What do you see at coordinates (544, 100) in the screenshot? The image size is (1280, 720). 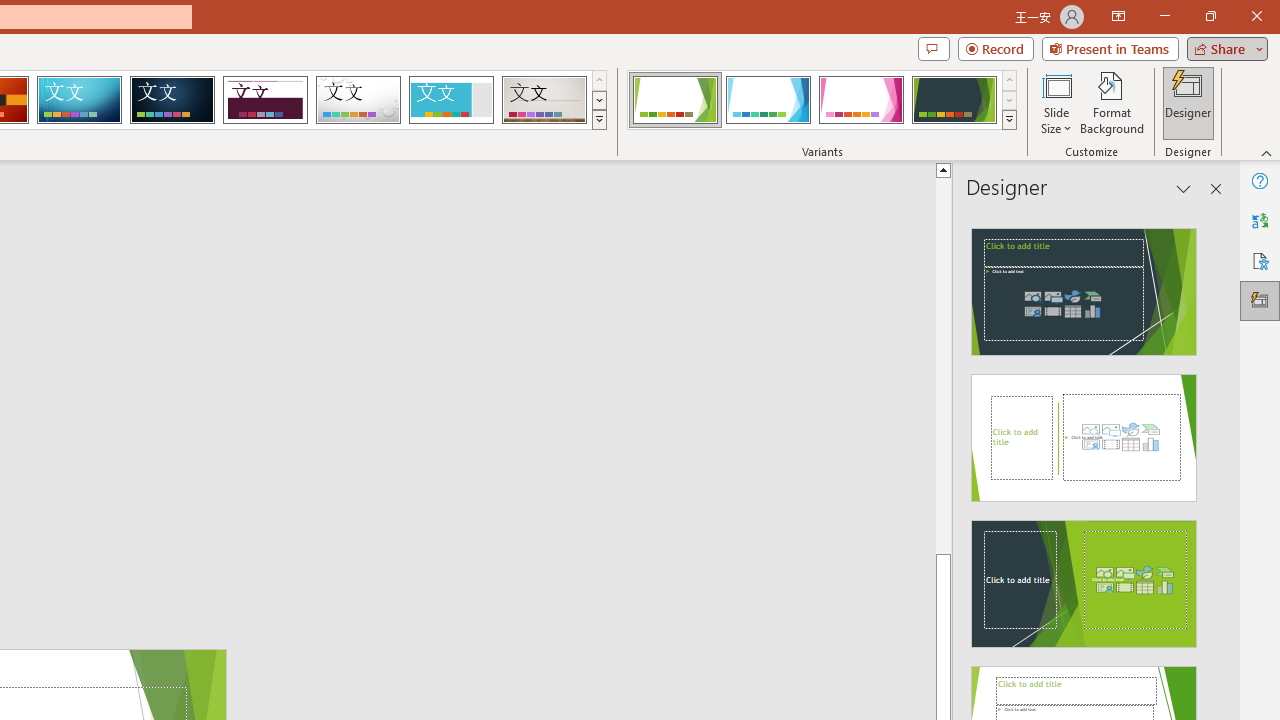 I see `'Gallery'` at bounding box center [544, 100].